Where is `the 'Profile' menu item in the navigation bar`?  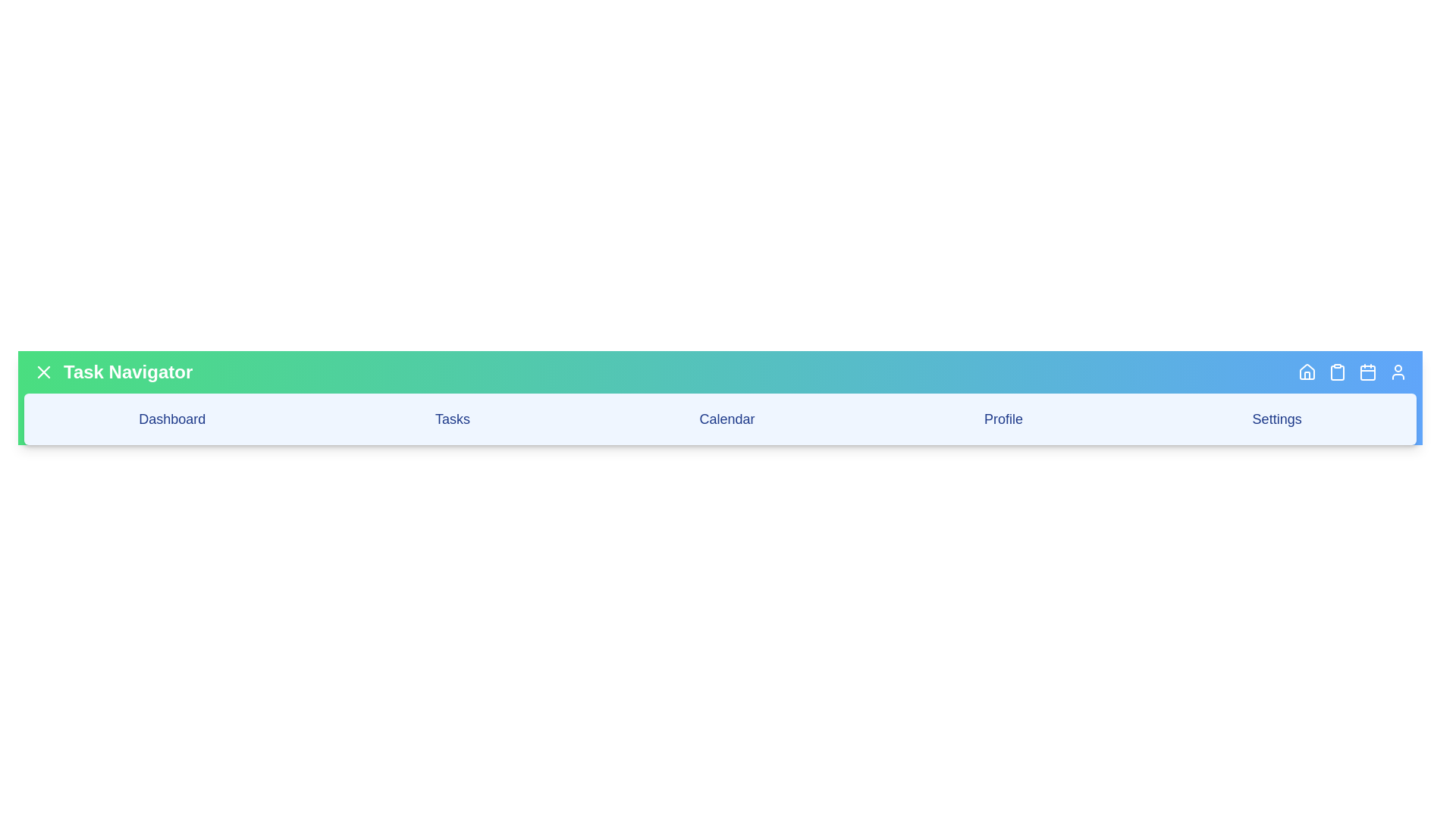
the 'Profile' menu item in the navigation bar is located at coordinates (1003, 419).